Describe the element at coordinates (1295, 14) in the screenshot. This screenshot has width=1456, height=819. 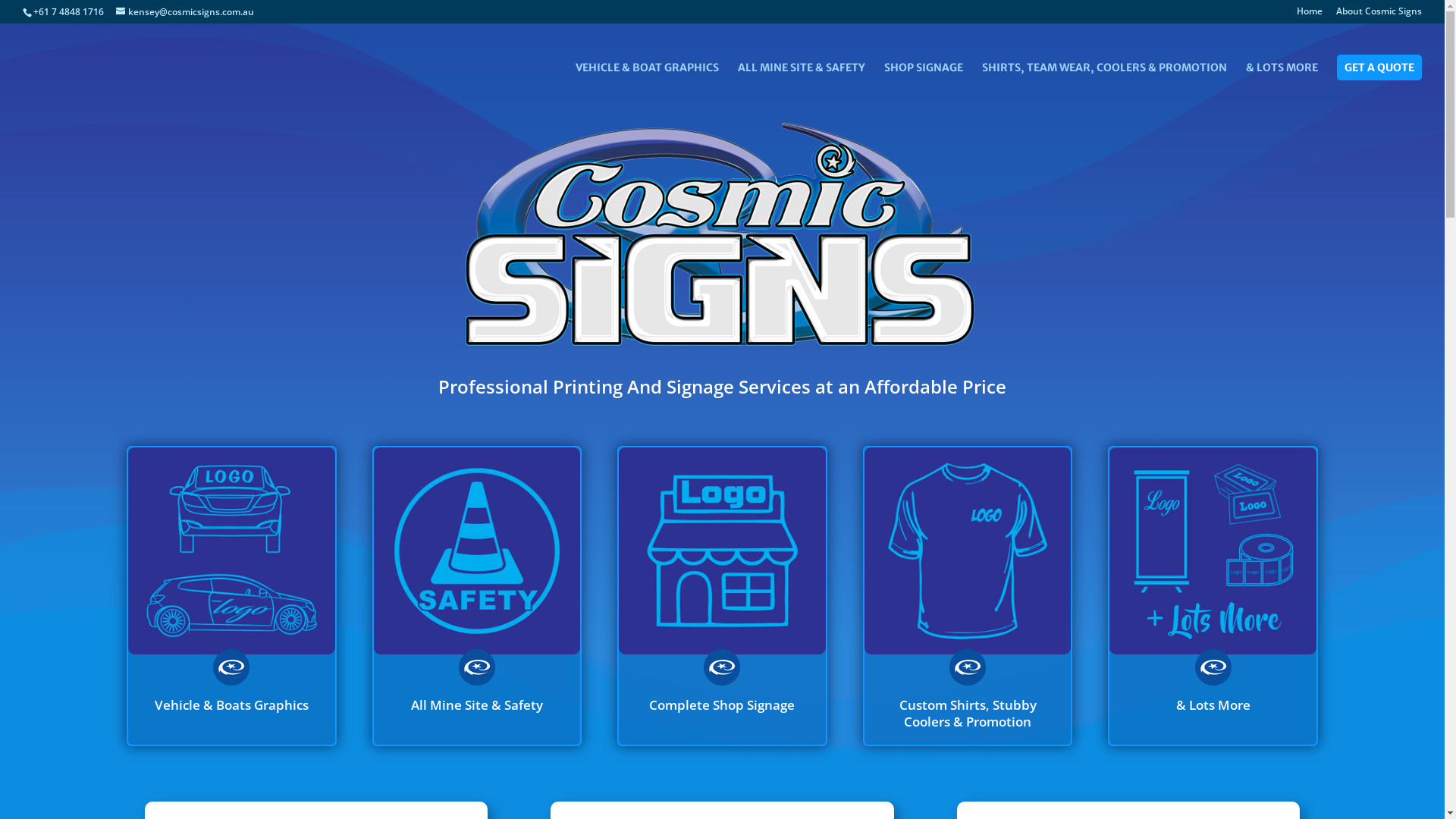
I see `'Home'` at that location.